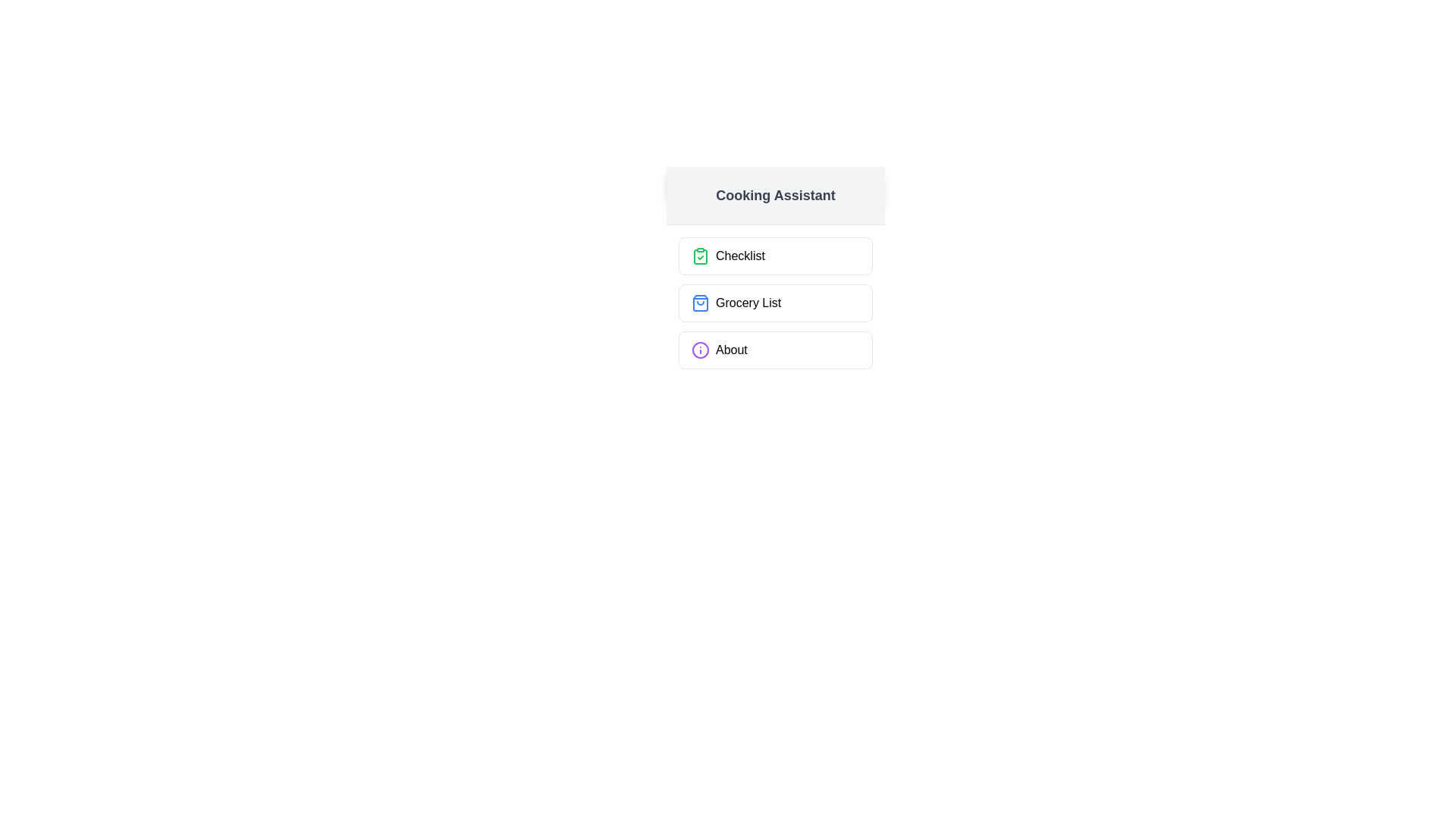  I want to click on the icon accompanying the About button, so click(700, 350).